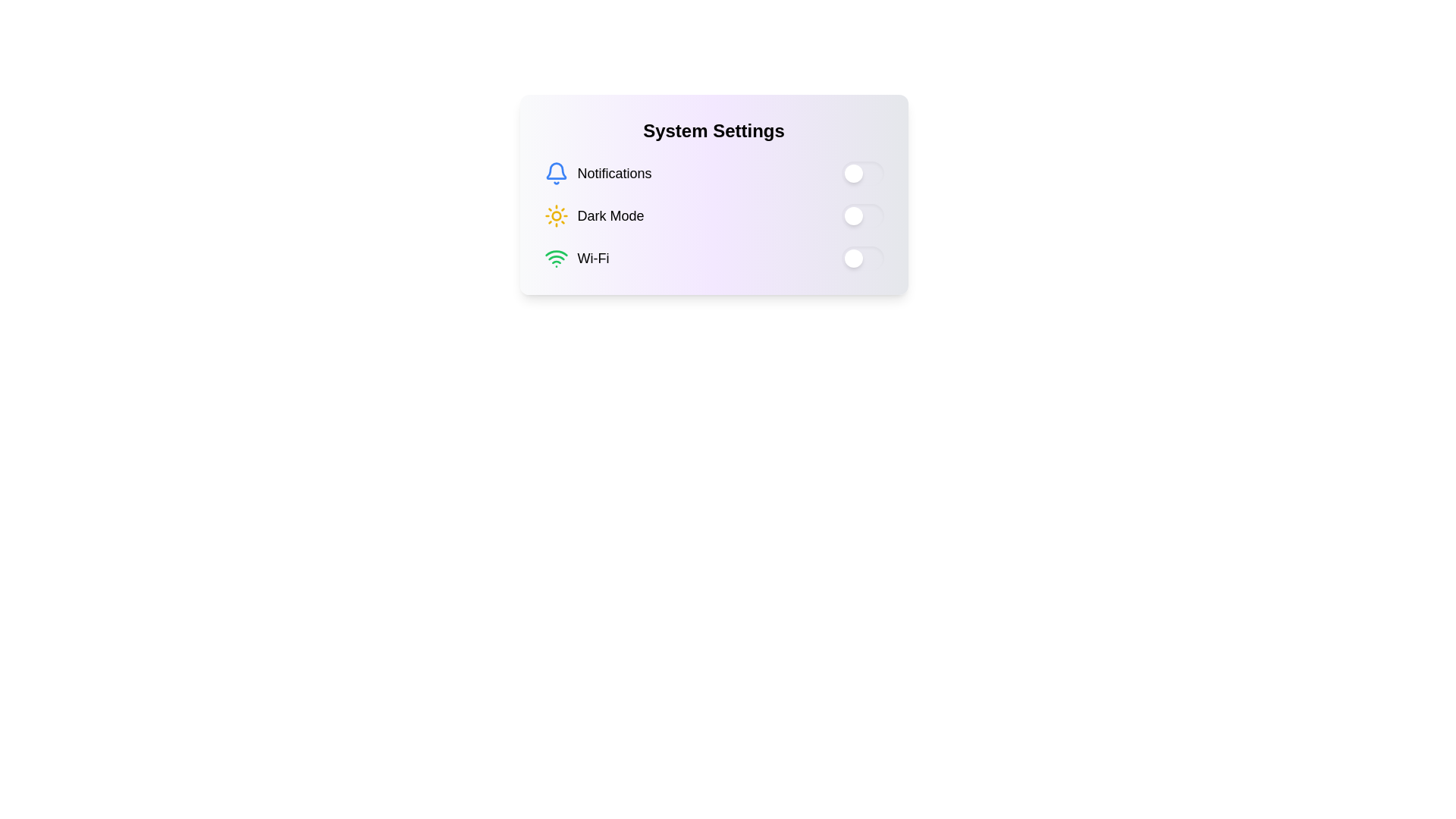 The height and width of the screenshot is (819, 1456). I want to click on the toggle switch handle located in the second toggle switch of the settings controls, so click(853, 216).